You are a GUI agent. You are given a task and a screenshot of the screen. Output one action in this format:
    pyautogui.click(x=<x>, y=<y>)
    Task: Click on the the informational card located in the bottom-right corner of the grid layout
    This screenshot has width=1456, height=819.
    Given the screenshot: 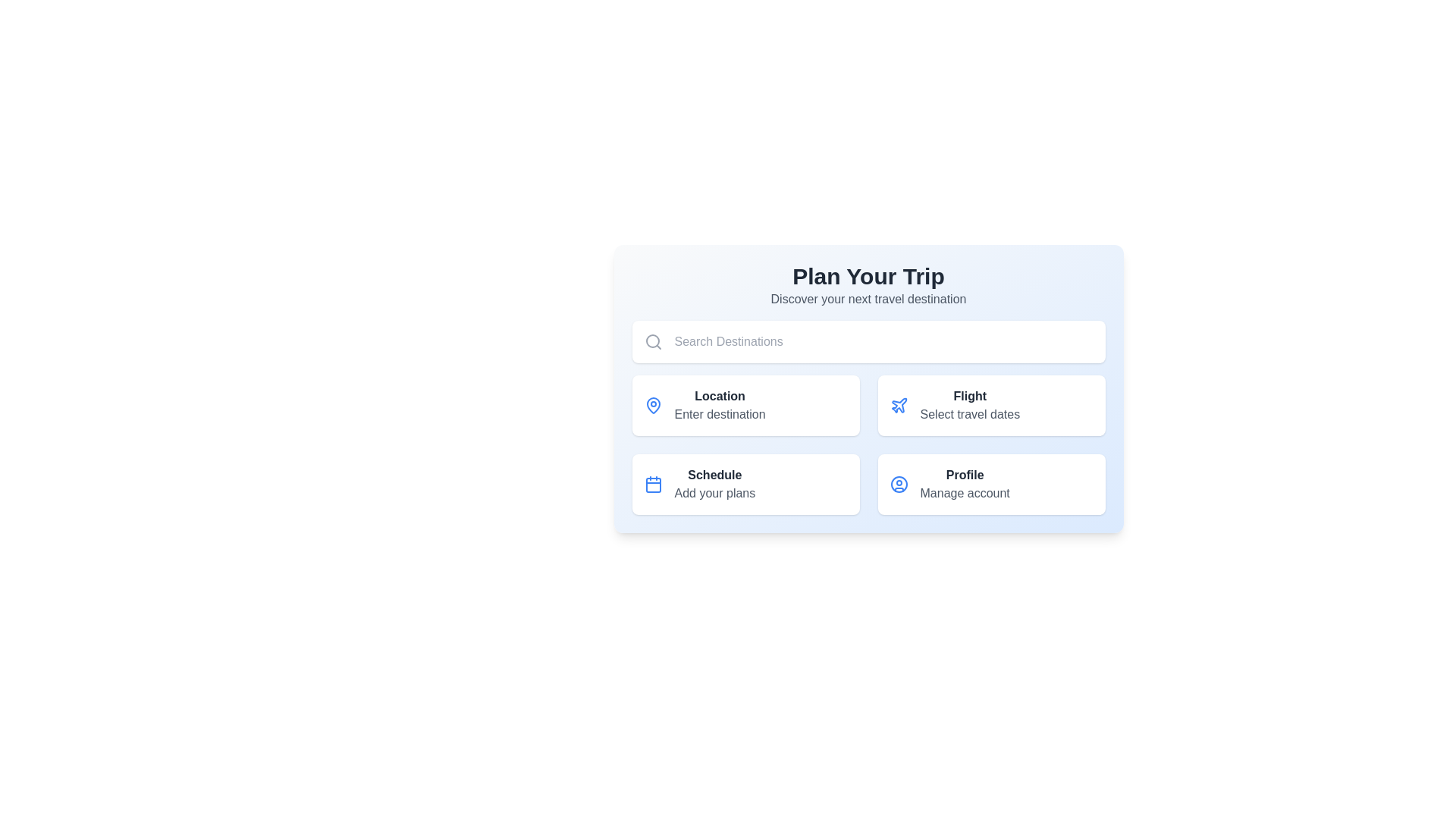 What is the action you would take?
    pyautogui.click(x=991, y=485)
    